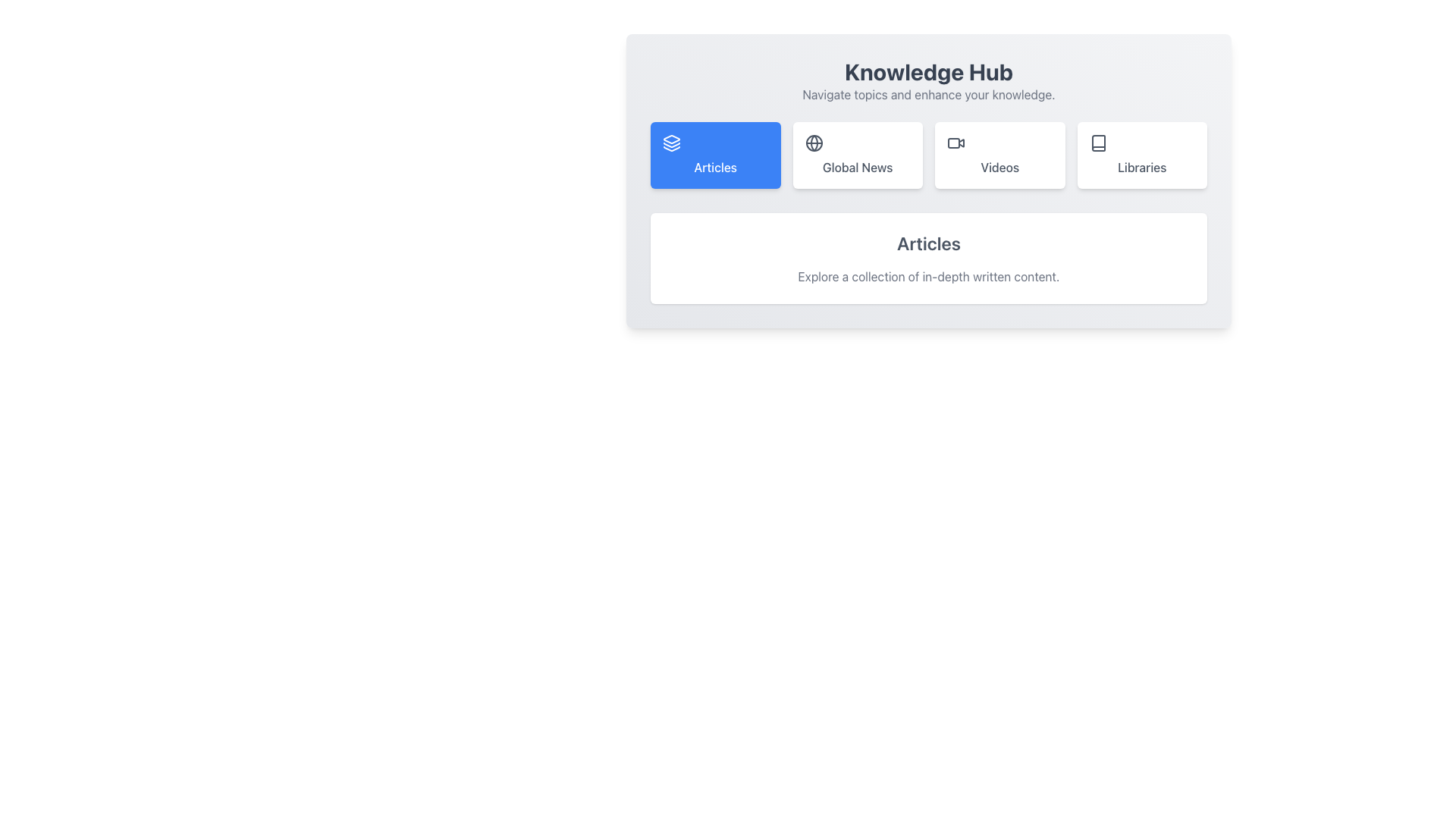 The image size is (1456, 819). I want to click on descriptive label within the 'Articles' button to understand its purpose, which is related to browsing articles, so click(714, 167).